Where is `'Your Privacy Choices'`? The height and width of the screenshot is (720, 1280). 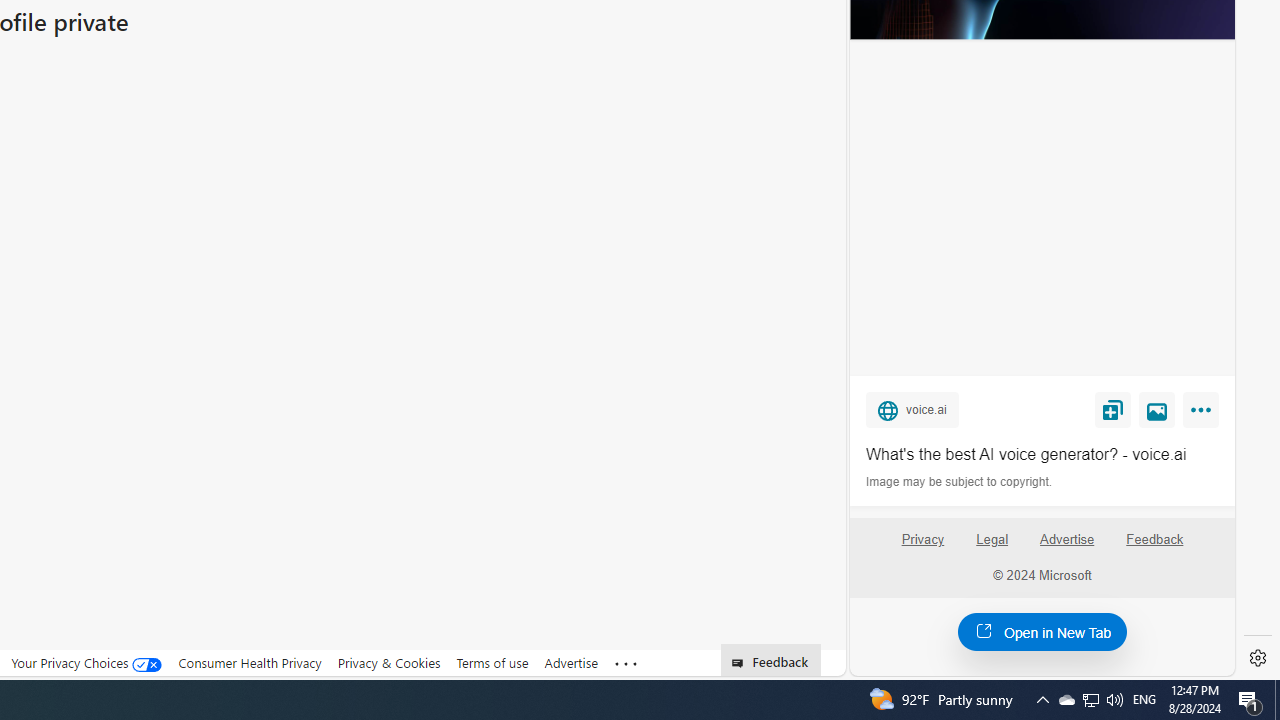
'Your Privacy Choices' is located at coordinates (86, 663).